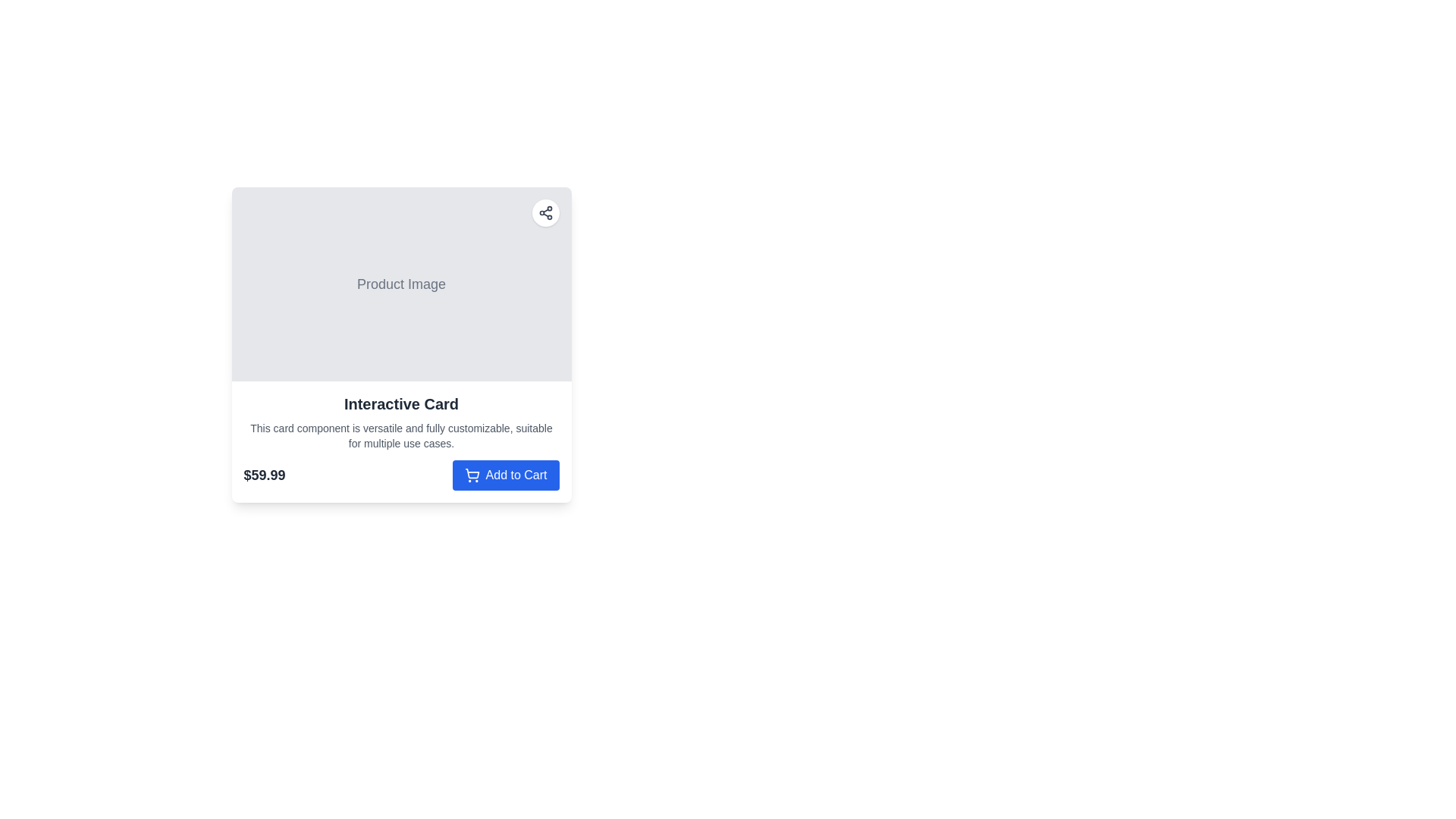 The width and height of the screenshot is (1456, 819). I want to click on the Static Text Display that shows the product price, located to the far left before the 'Add to Cart' button, so click(265, 475).